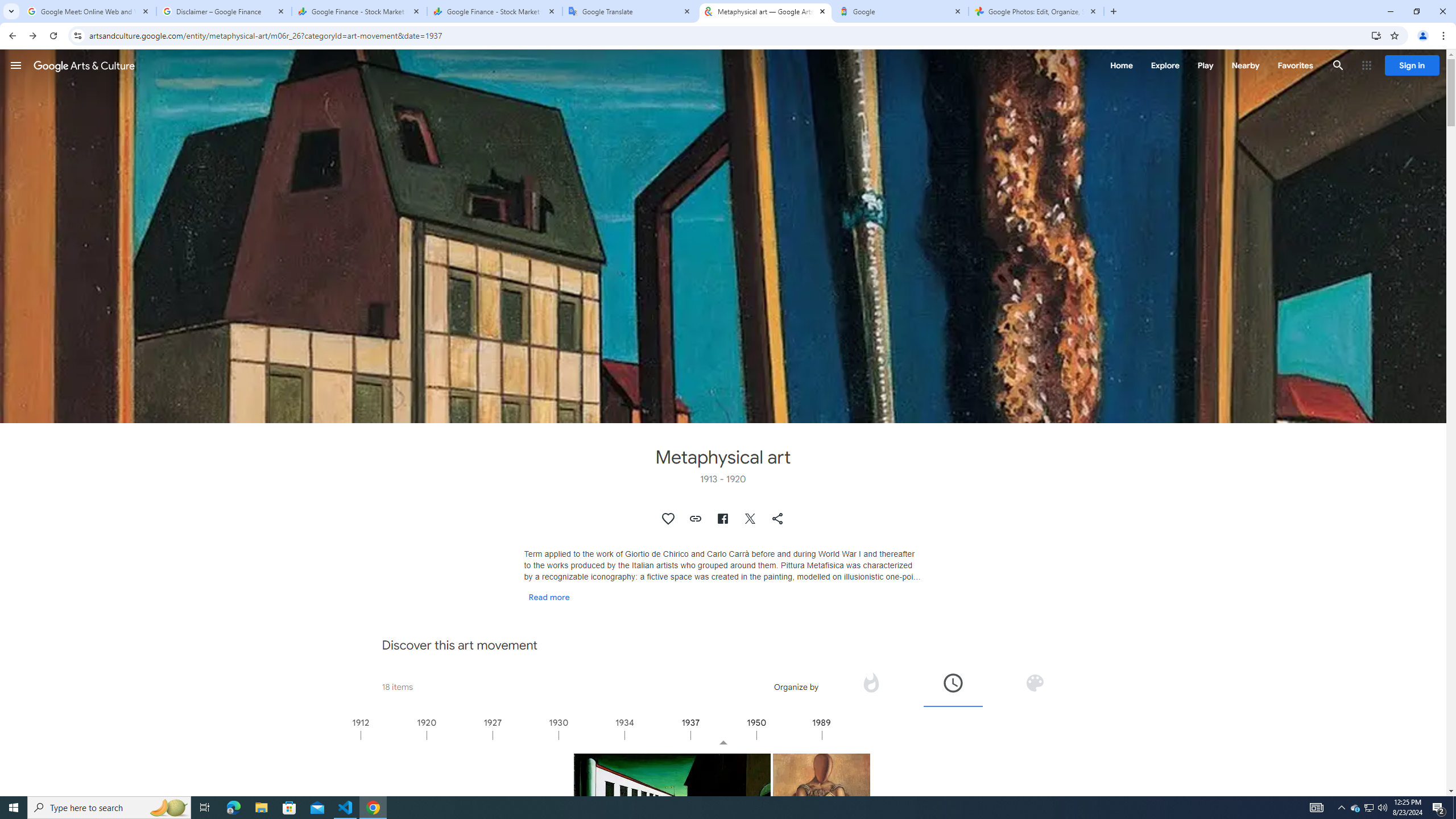  What do you see at coordinates (695, 518) in the screenshot?
I see `'Copy Link'` at bounding box center [695, 518].